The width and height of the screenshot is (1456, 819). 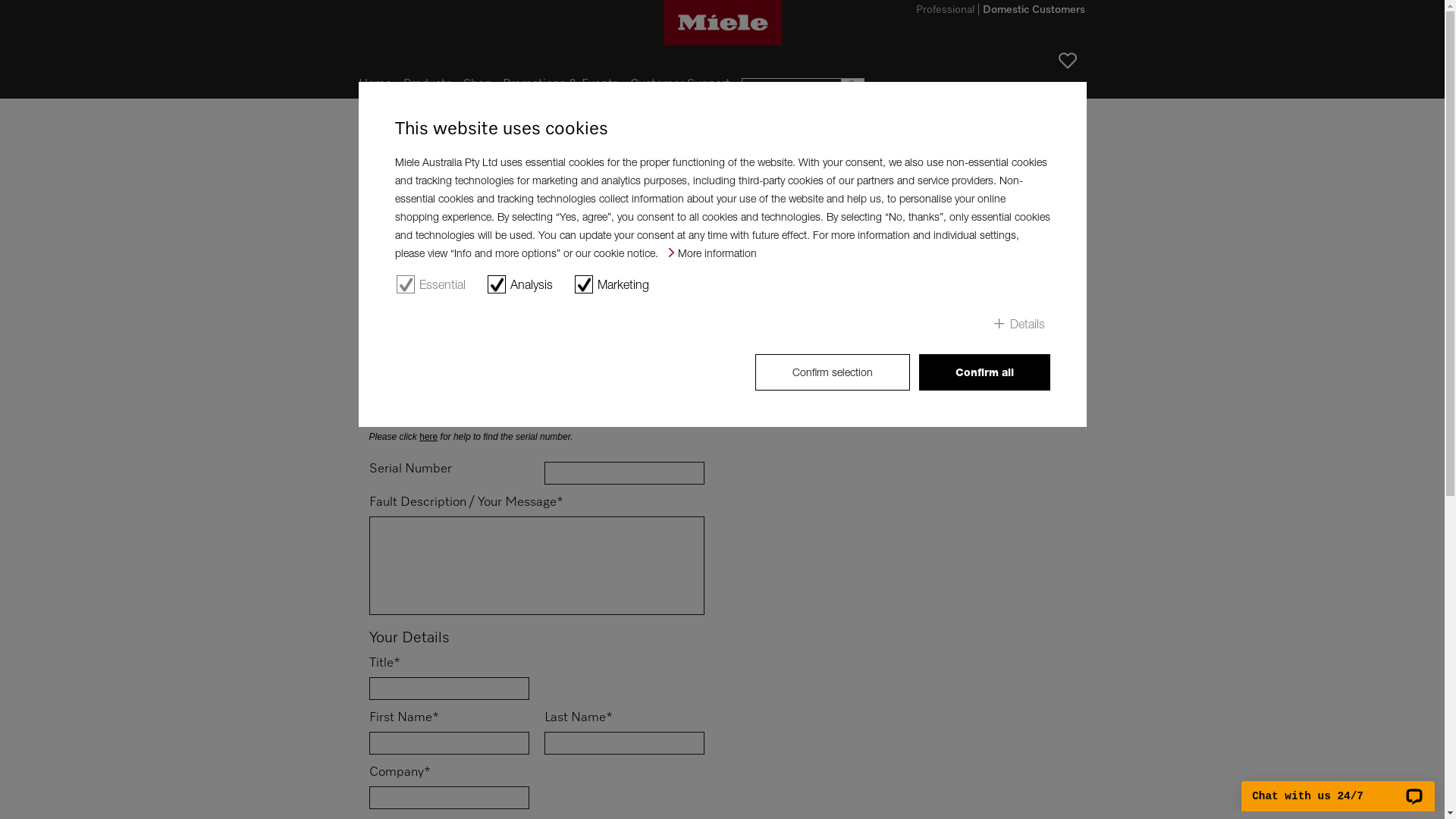 What do you see at coordinates (1338, 786) in the screenshot?
I see `'LiveChat chat widget'` at bounding box center [1338, 786].